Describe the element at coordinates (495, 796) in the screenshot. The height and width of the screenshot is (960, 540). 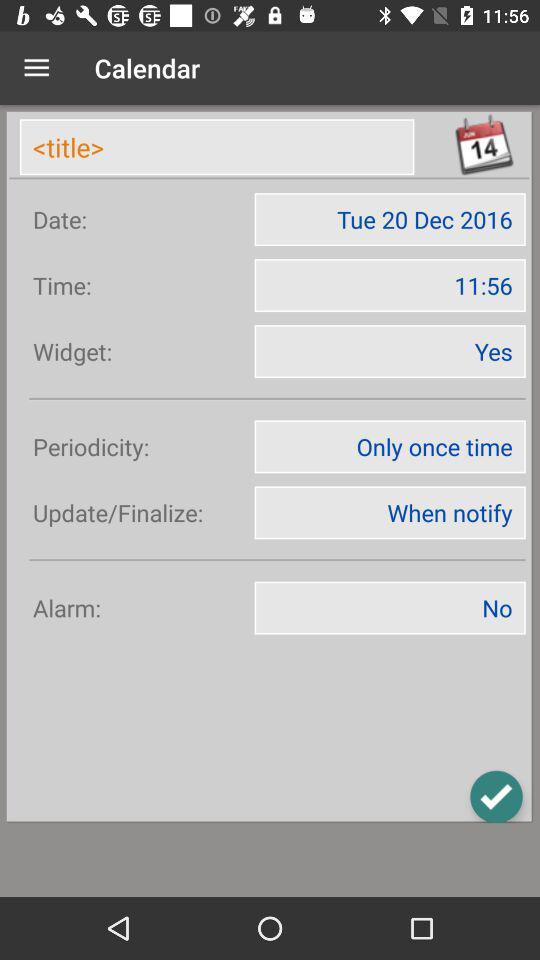
I see `the check icon` at that location.